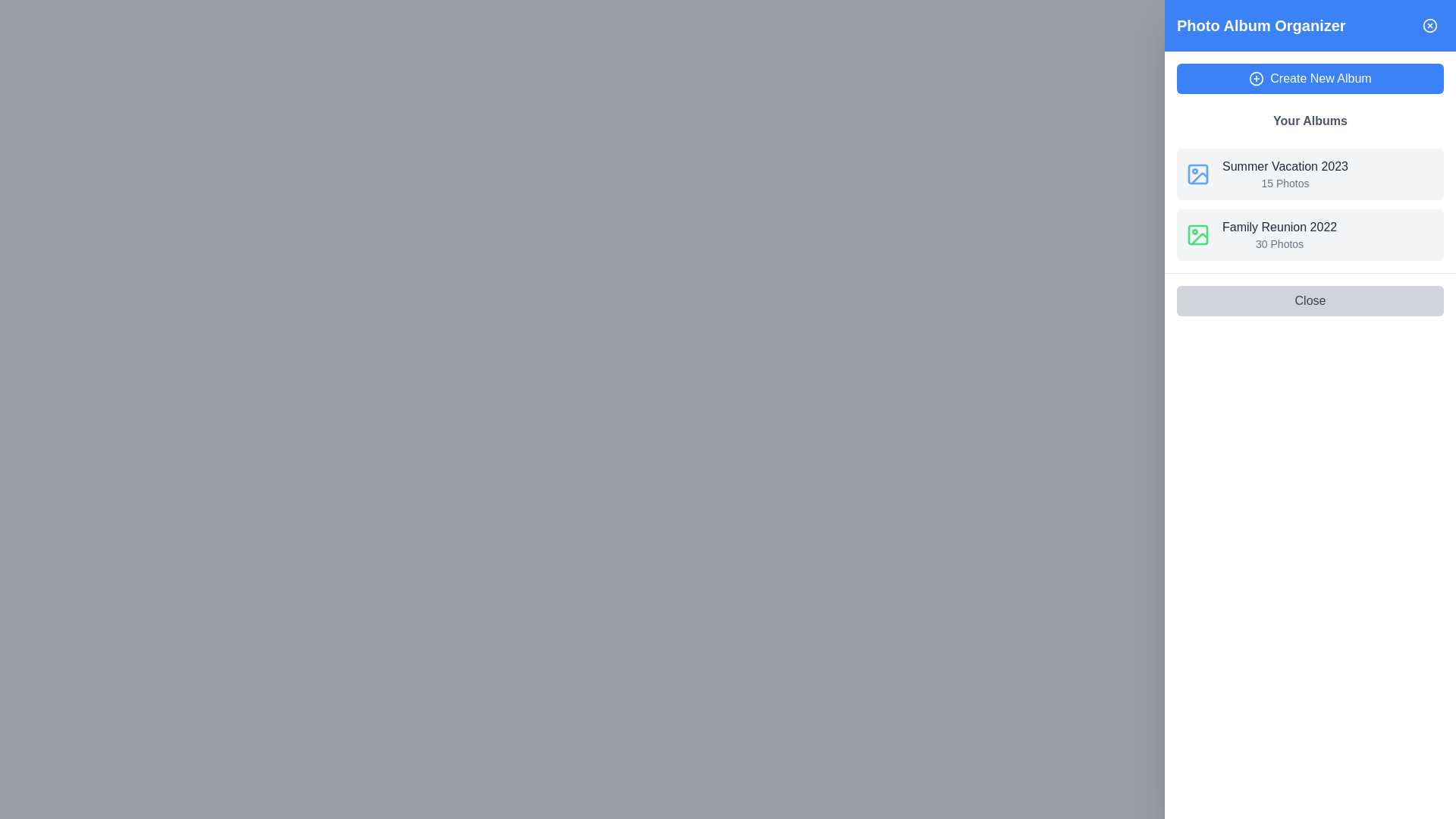 The image size is (1456, 819). Describe the element at coordinates (1197, 174) in the screenshot. I see `the small rectangular shape with rounded corners that is part of the photo frame icon for the 'Summer Vacation 2023' album` at that location.